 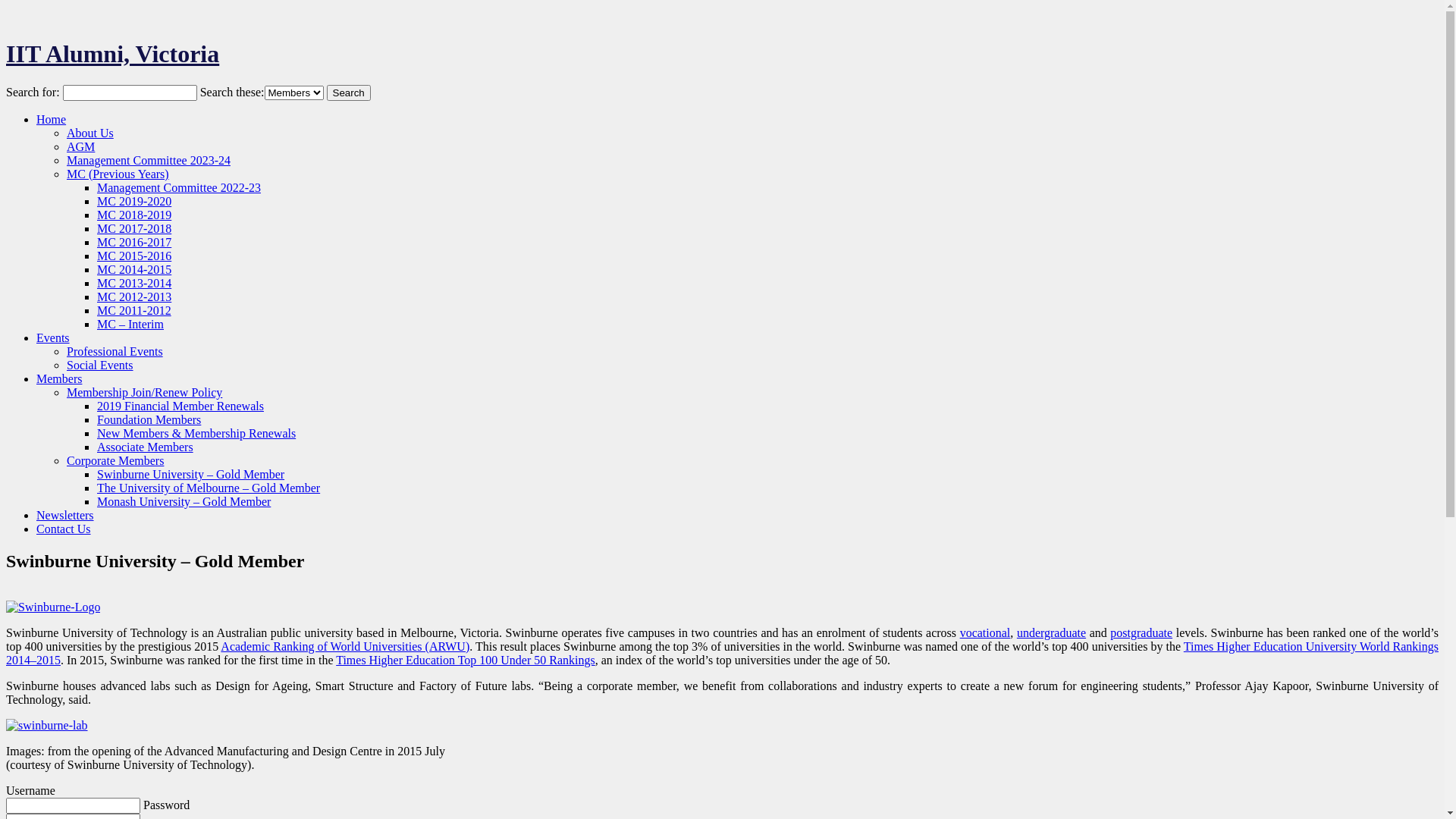 What do you see at coordinates (134, 309) in the screenshot?
I see `'MC 2011-2012'` at bounding box center [134, 309].